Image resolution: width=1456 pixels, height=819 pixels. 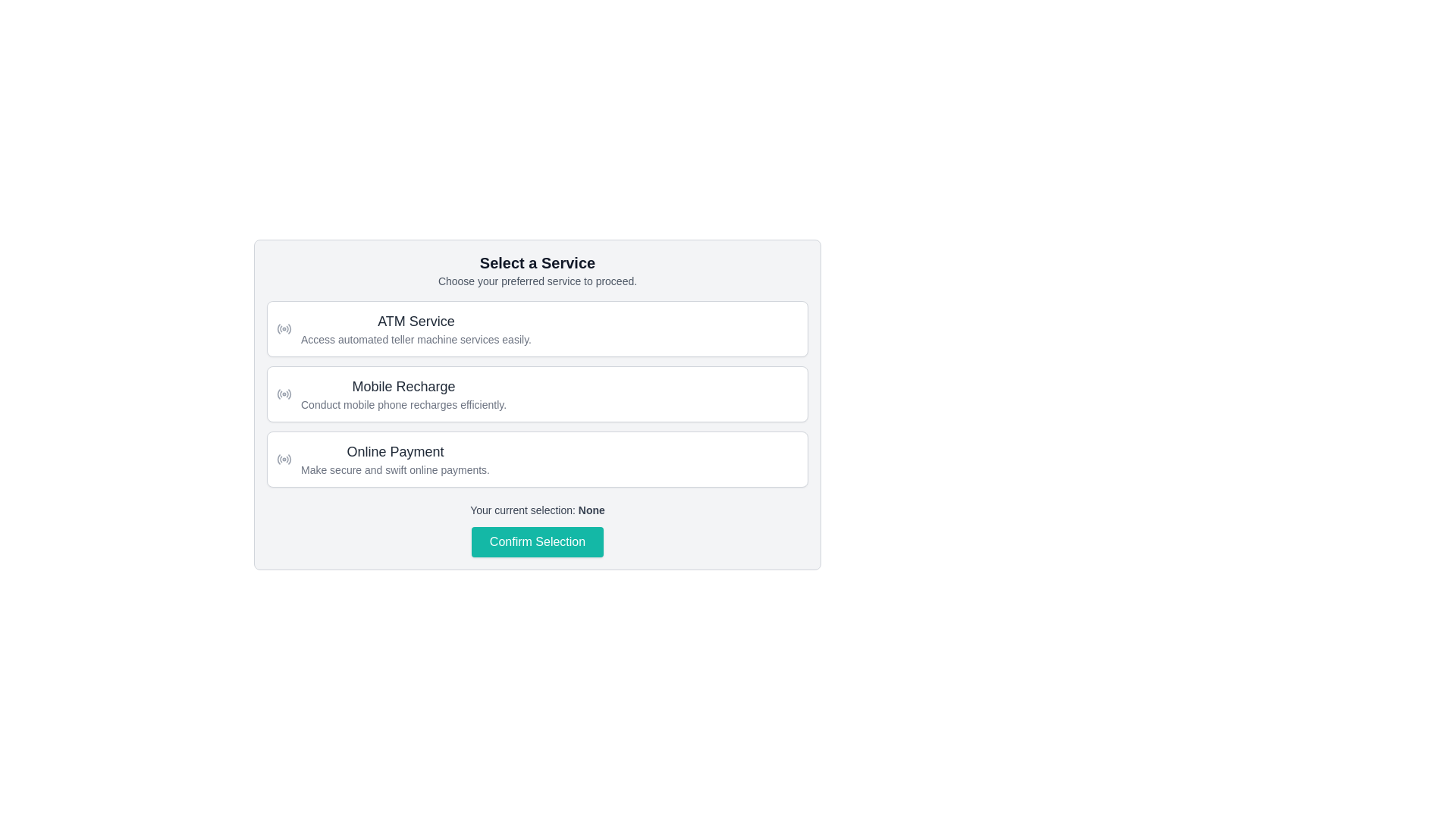 I want to click on the text label displaying 'None' located below the list of selectable services and above the 'Confirm Selection' button, so click(x=591, y=510).